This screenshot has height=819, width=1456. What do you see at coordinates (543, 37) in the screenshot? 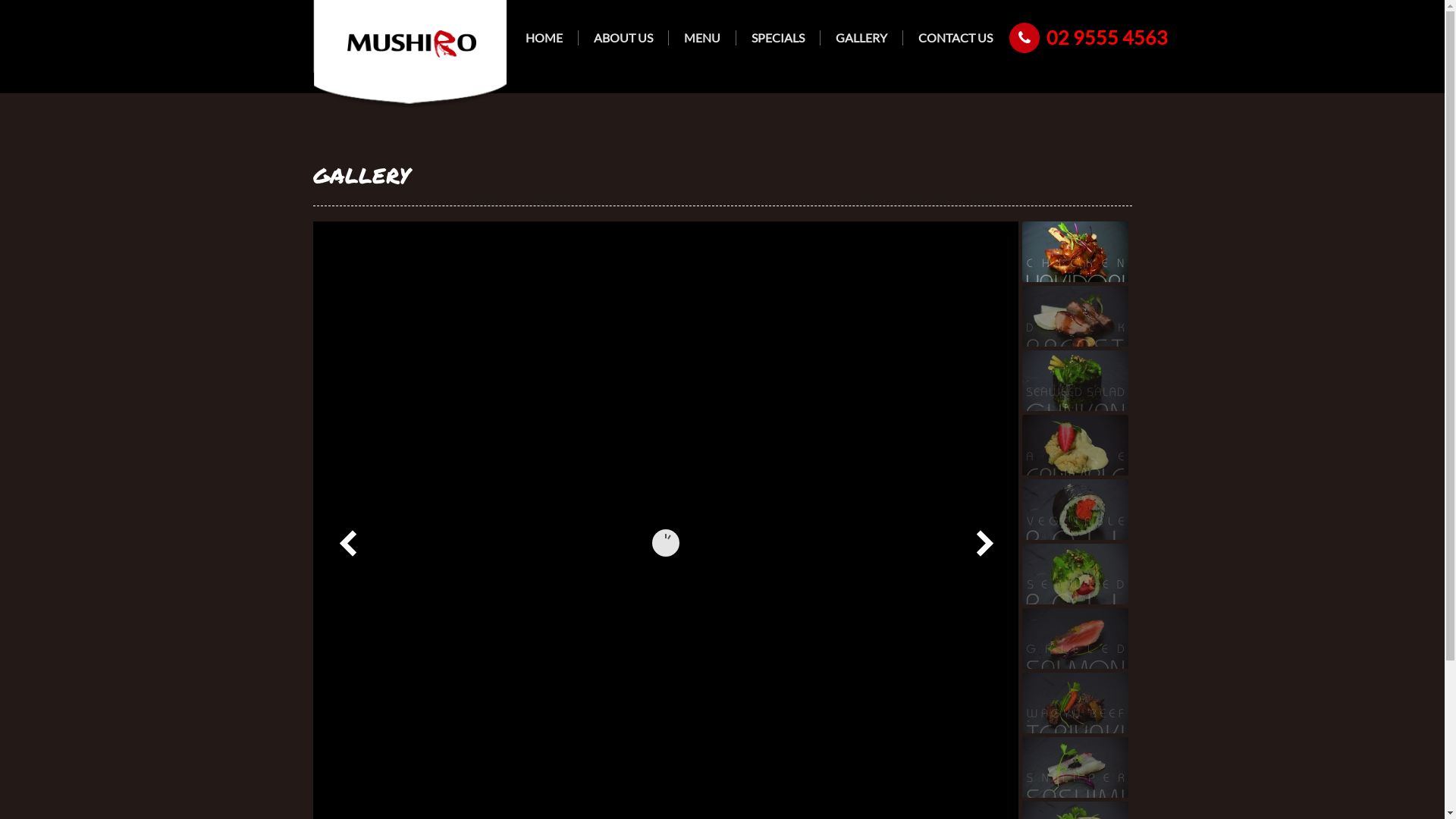
I see `'HOME'` at bounding box center [543, 37].